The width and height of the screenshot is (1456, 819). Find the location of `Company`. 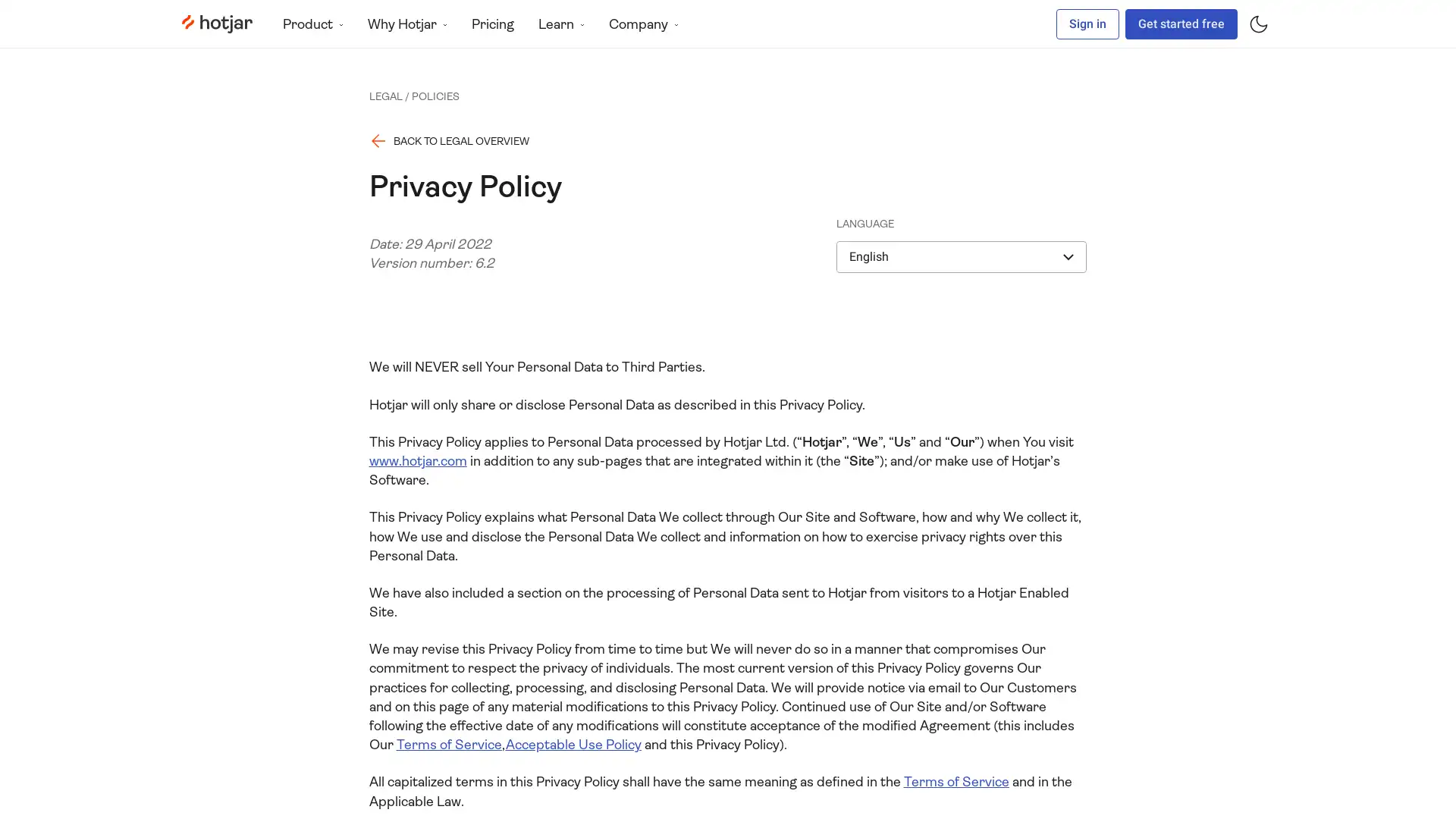

Company is located at coordinates (644, 24).